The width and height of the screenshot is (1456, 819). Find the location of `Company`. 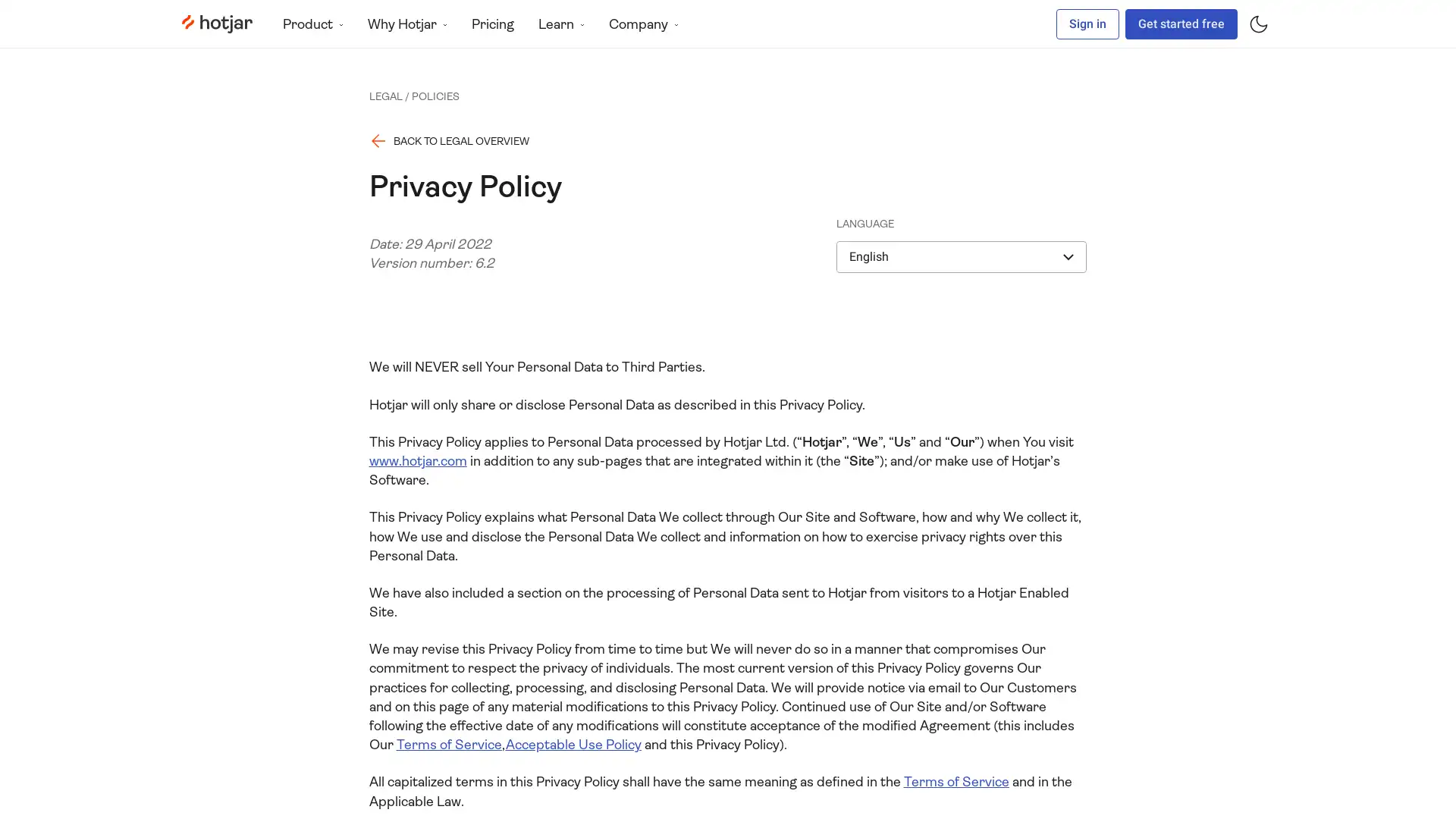

Company is located at coordinates (644, 24).